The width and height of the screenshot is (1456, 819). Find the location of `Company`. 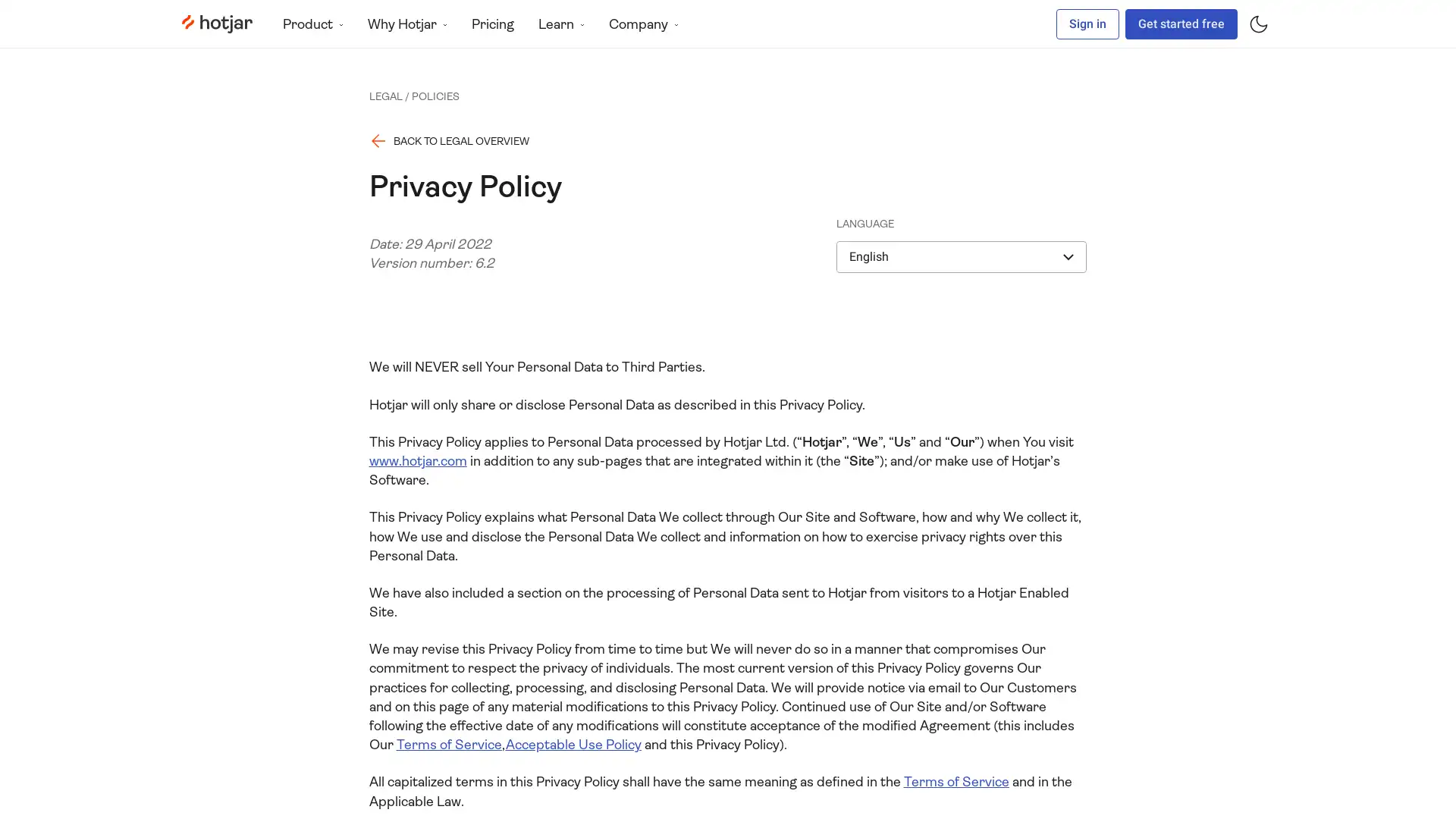

Company is located at coordinates (644, 24).